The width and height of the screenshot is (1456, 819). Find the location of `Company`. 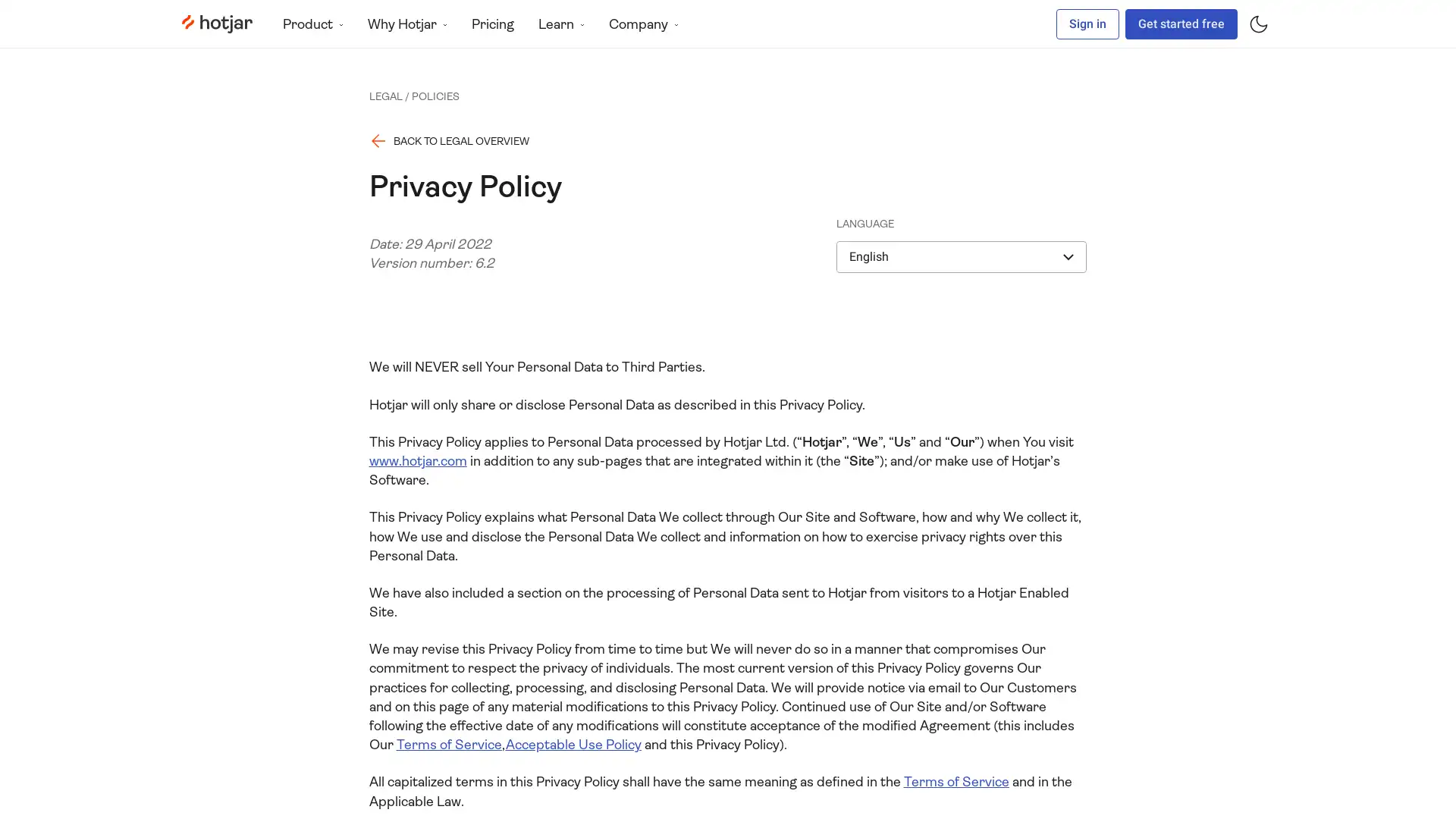

Company is located at coordinates (644, 24).